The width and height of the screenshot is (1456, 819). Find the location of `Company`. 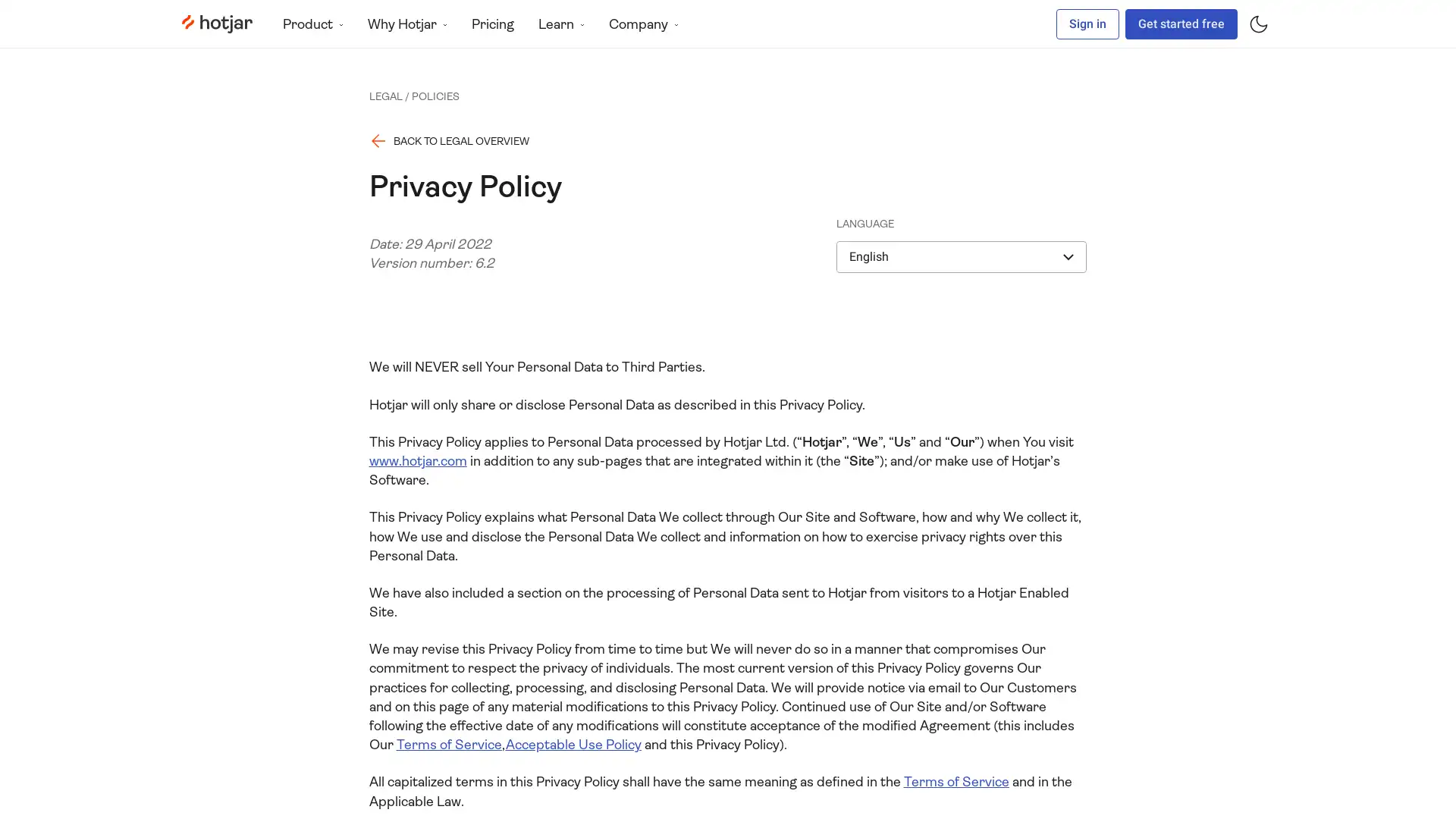

Company is located at coordinates (644, 24).